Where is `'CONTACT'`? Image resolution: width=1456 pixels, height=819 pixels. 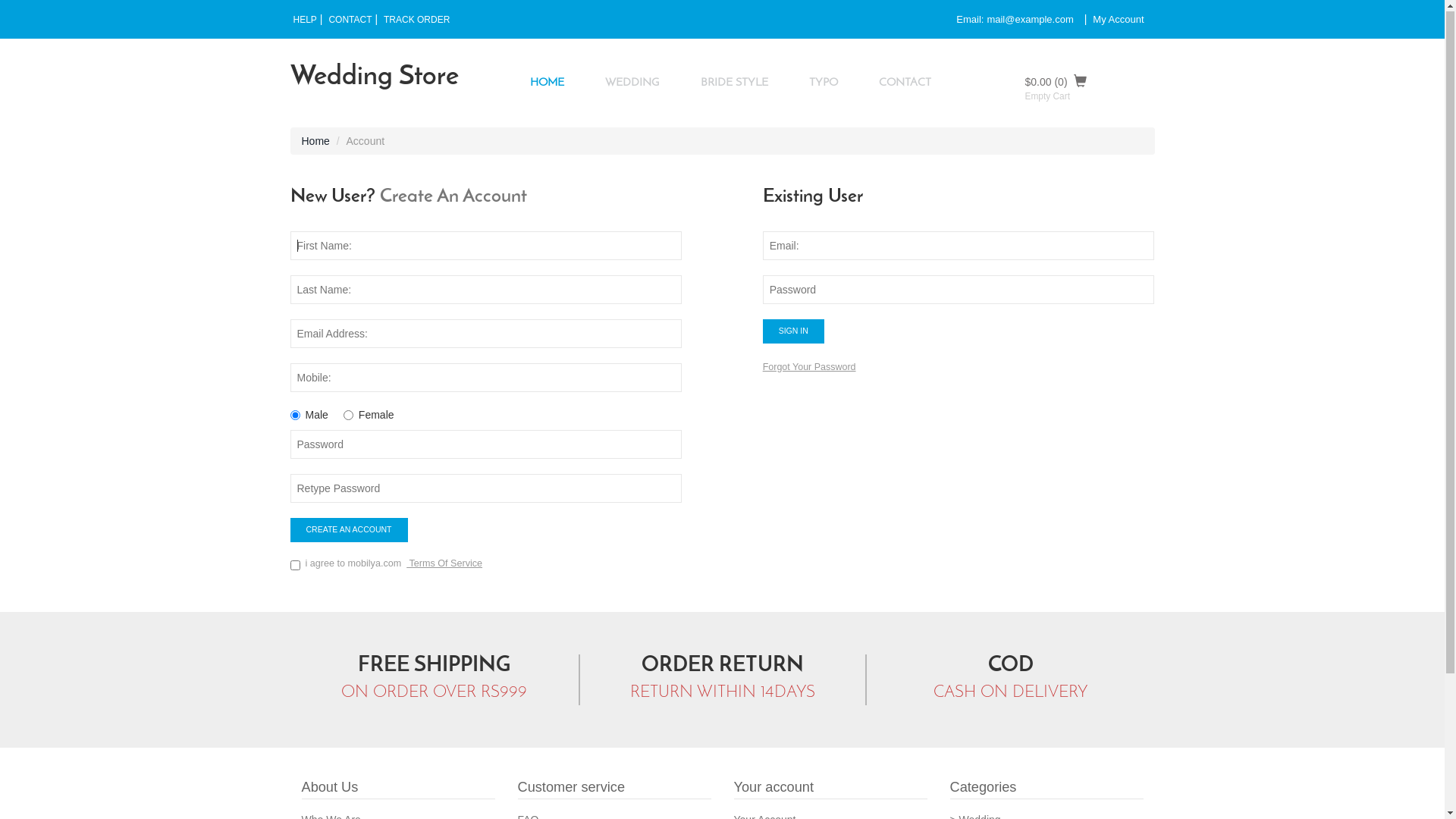
'CONTACT' is located at coordinates (324, 20).